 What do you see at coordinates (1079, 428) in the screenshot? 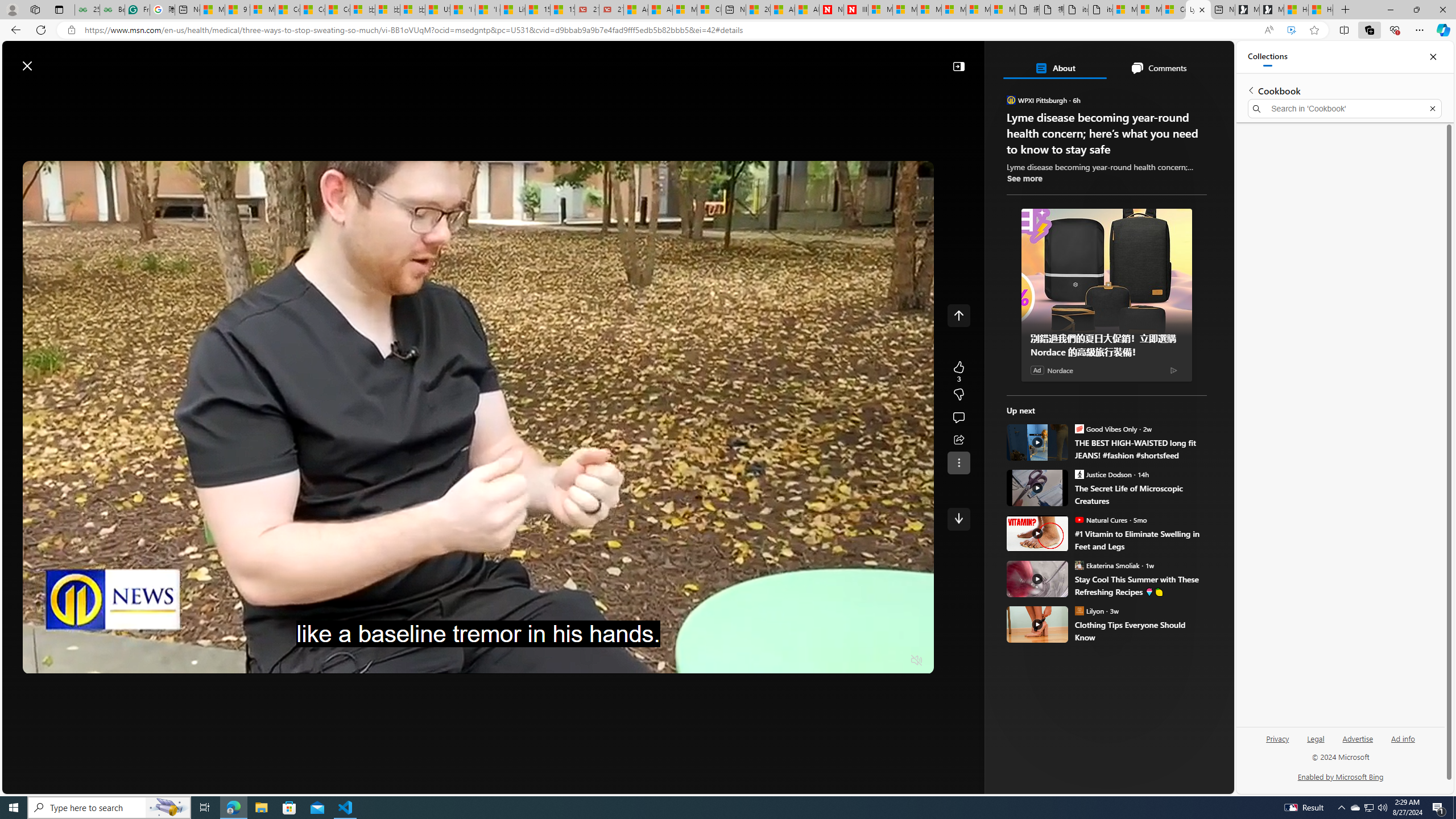
I see `'Good Vibes Only'` at bounding box center [1079, 428].